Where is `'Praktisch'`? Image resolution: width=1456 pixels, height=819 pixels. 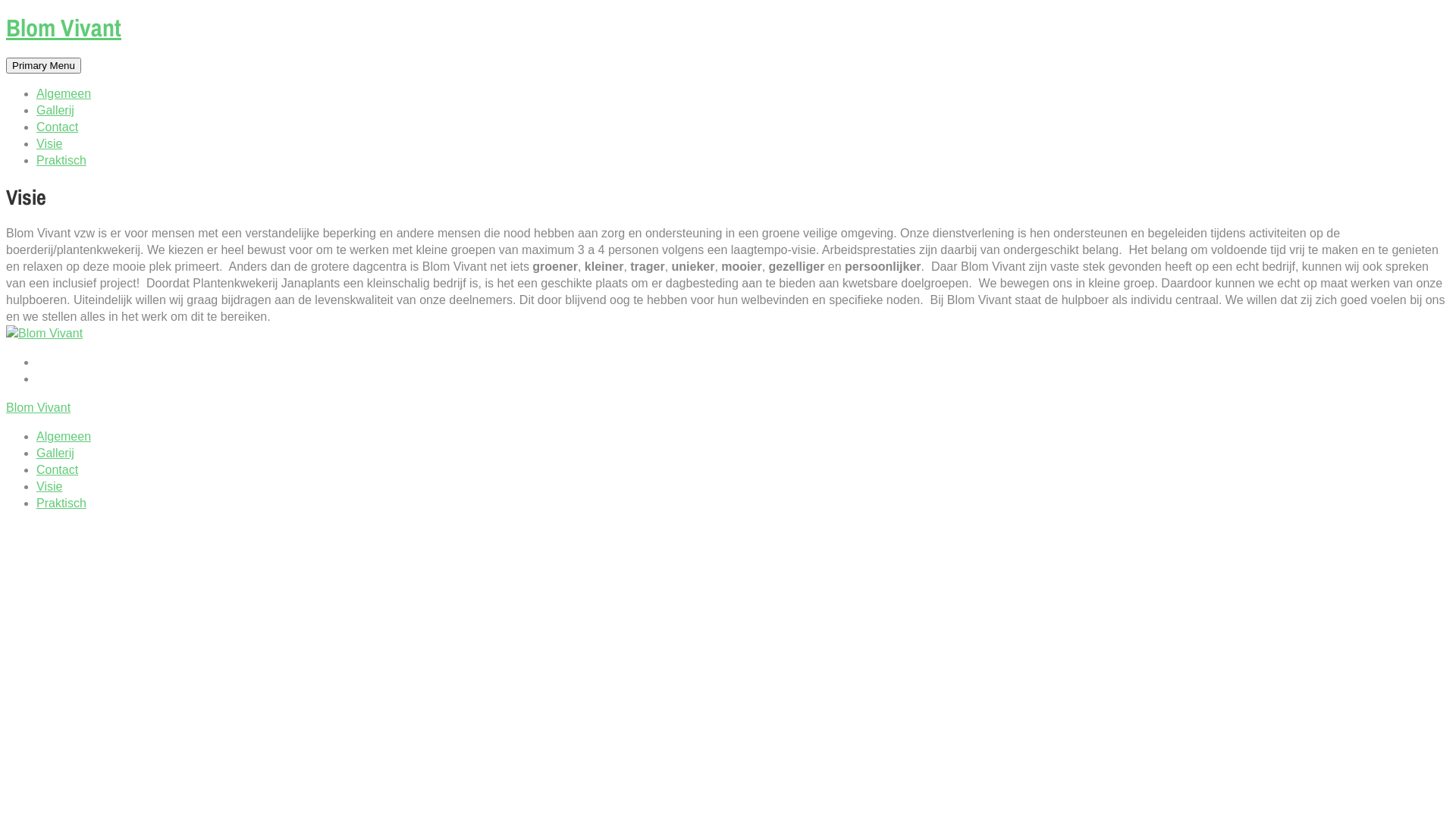
'Praktisch' is located at coordinates (61, 160).